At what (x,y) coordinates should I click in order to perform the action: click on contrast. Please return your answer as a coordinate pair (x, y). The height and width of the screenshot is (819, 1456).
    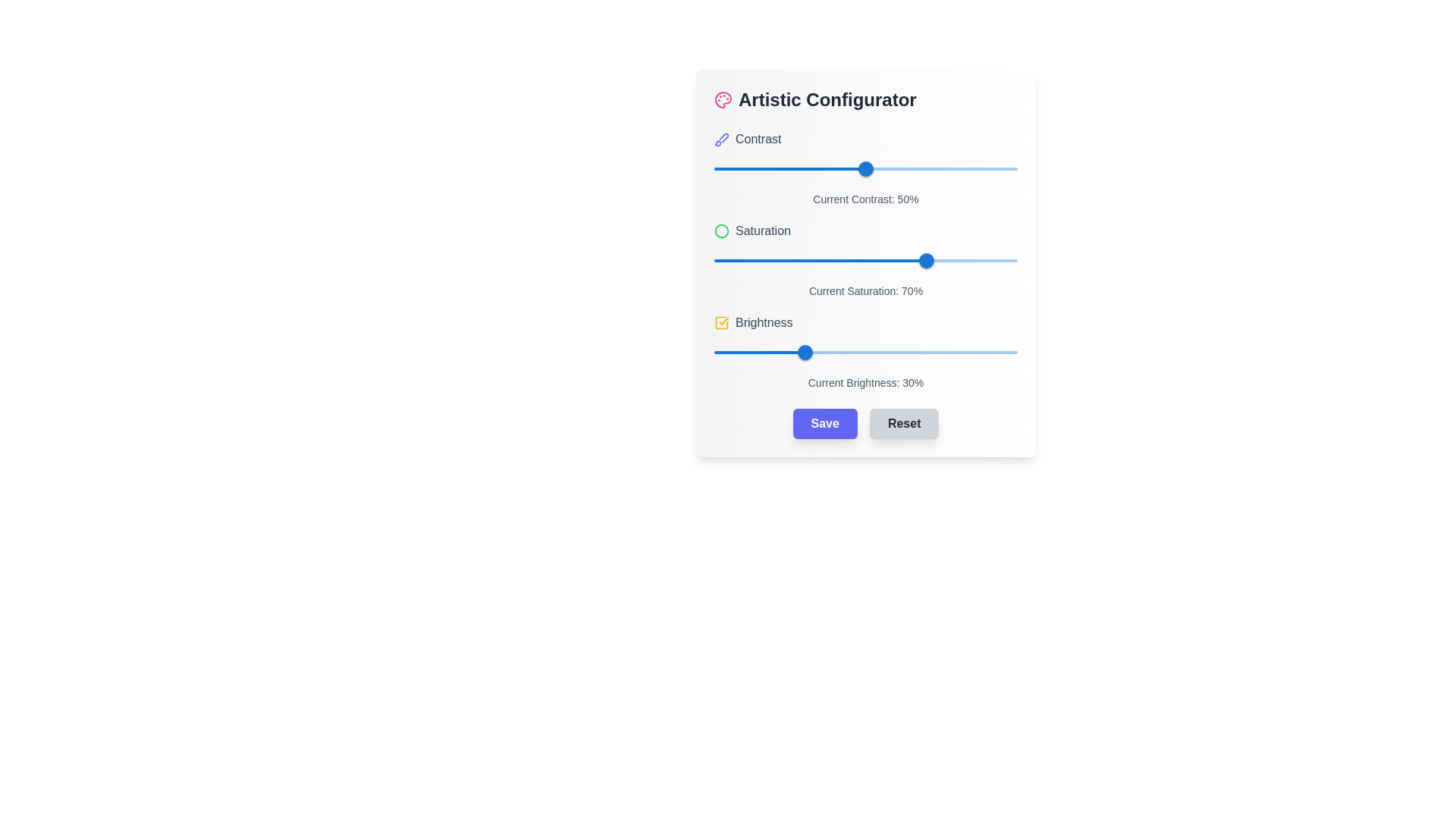
    Looking at the image, I should click on (859, 169).